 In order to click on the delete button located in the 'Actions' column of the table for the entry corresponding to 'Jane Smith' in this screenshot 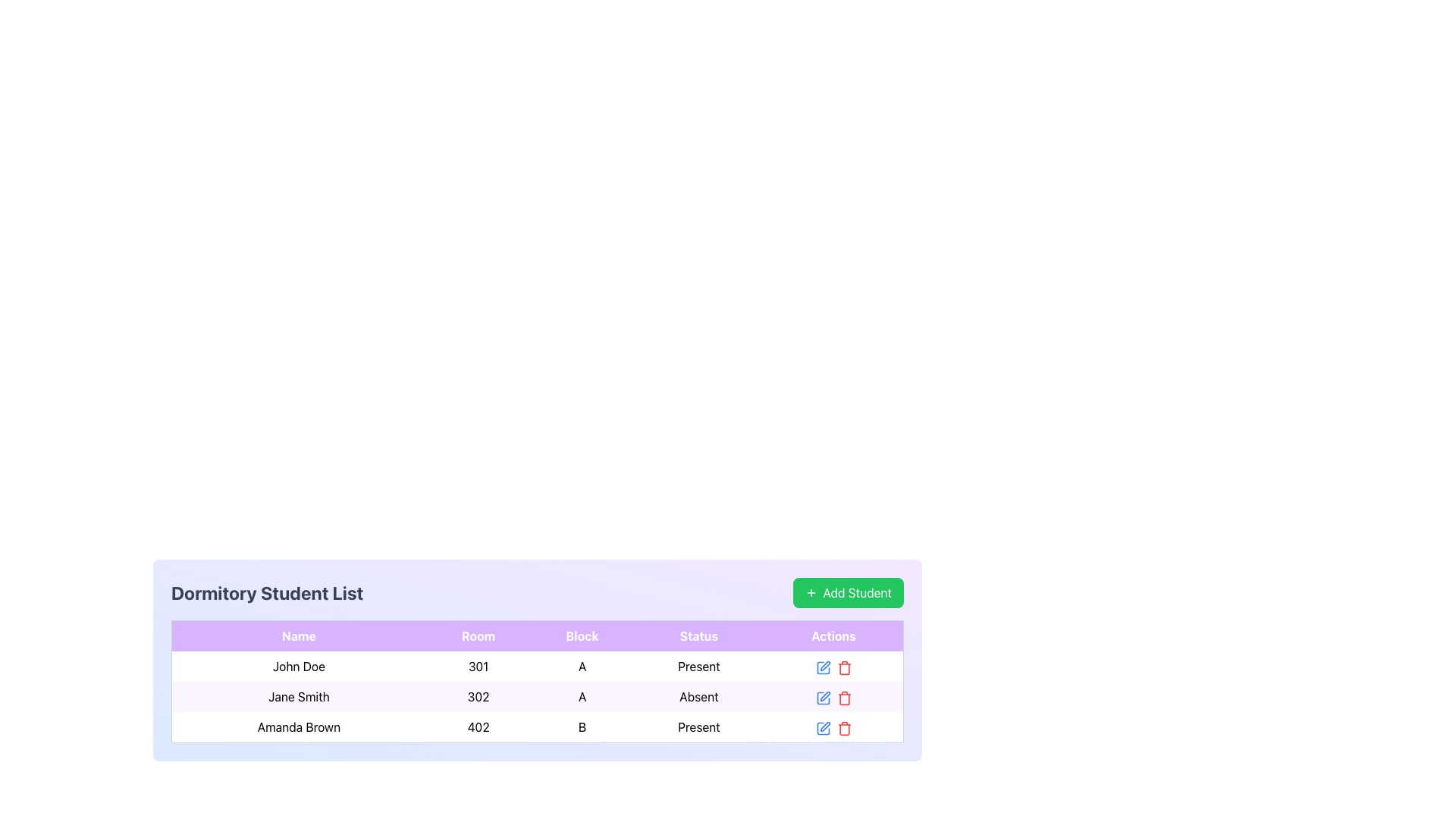, I will do `click(843, 696)`.